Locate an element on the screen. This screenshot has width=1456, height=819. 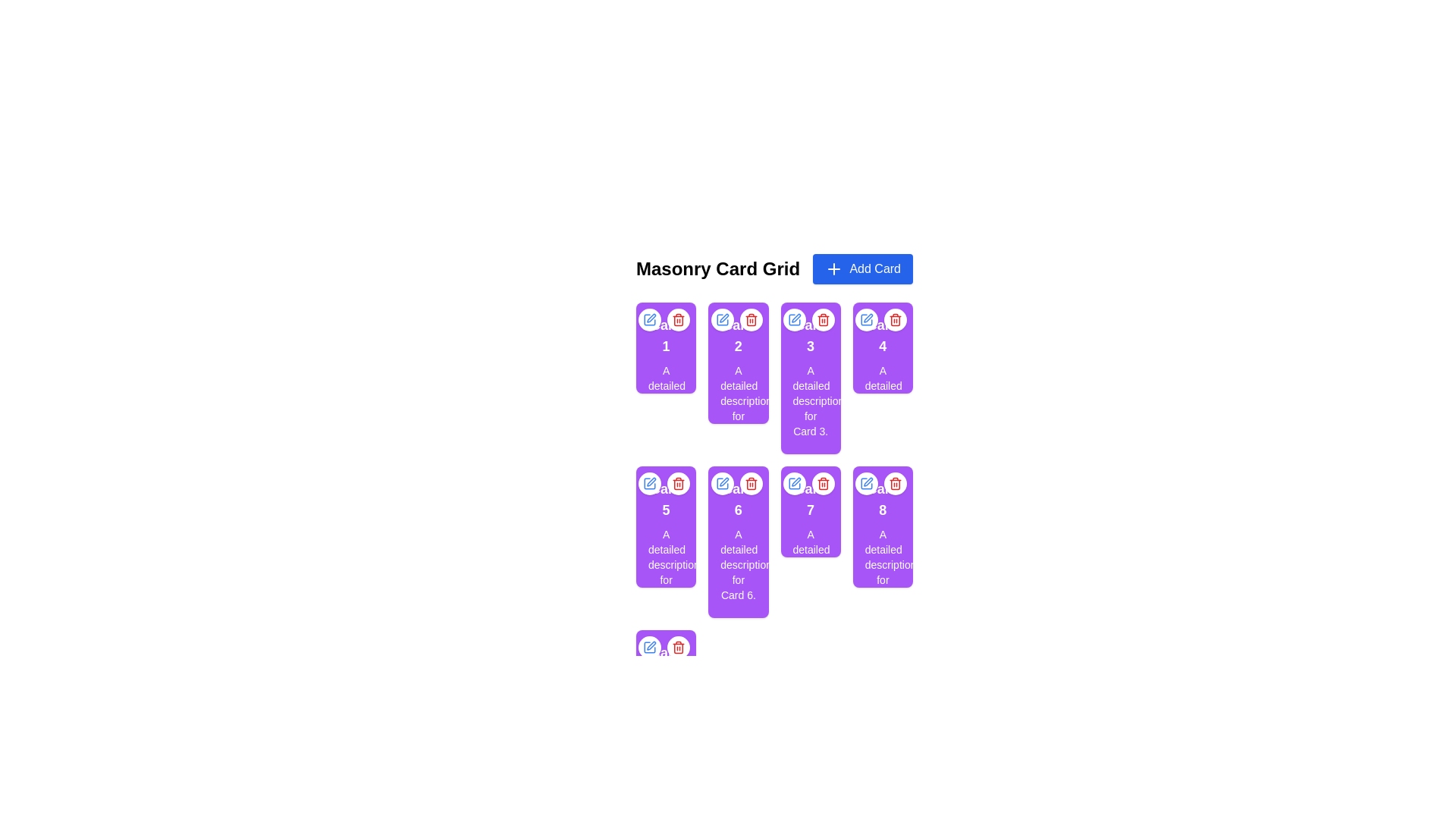
the text block with a bold purple background containing the text '1', located in the first card of the masonry grid layout is located at coordinates (666, 335).